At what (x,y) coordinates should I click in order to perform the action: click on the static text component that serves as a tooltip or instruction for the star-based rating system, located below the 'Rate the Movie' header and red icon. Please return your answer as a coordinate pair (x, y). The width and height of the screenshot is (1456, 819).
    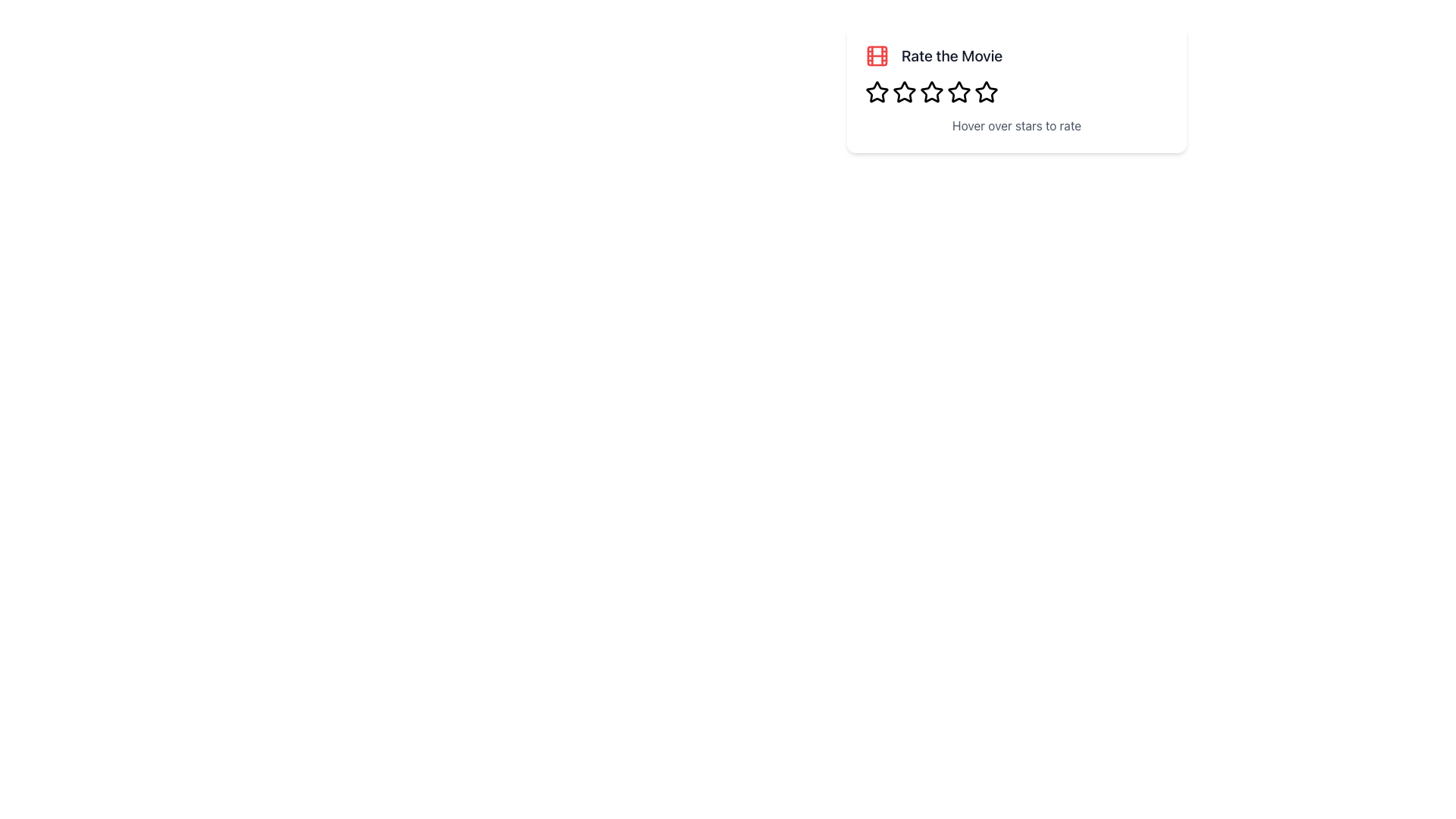
    Looking at the image, I should click on (1016, 124).